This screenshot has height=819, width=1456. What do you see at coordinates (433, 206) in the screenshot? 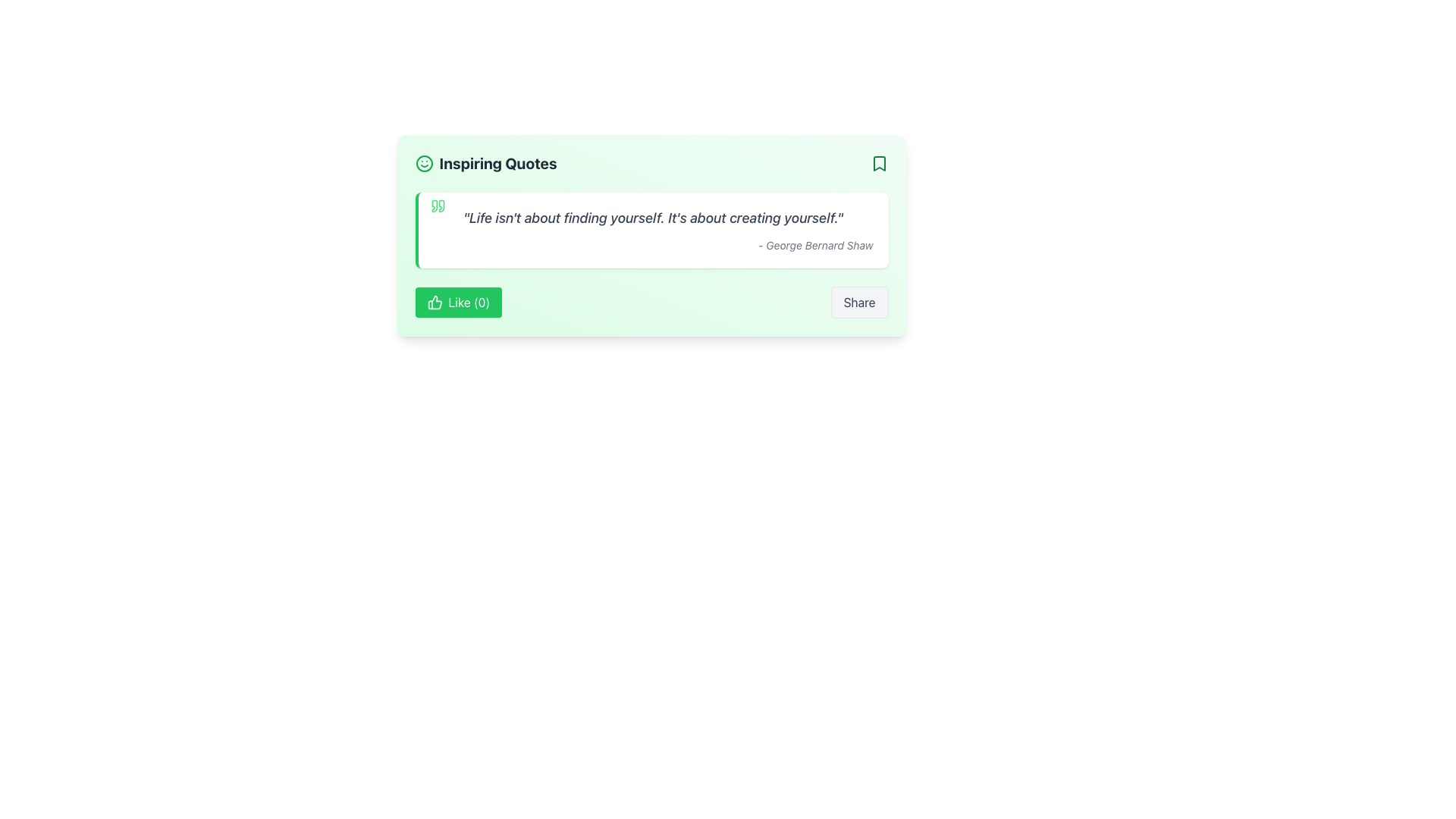
I see `the decorative quotation mark icon located at the top-left position of the quote text box` at bounding box center [433, 206].